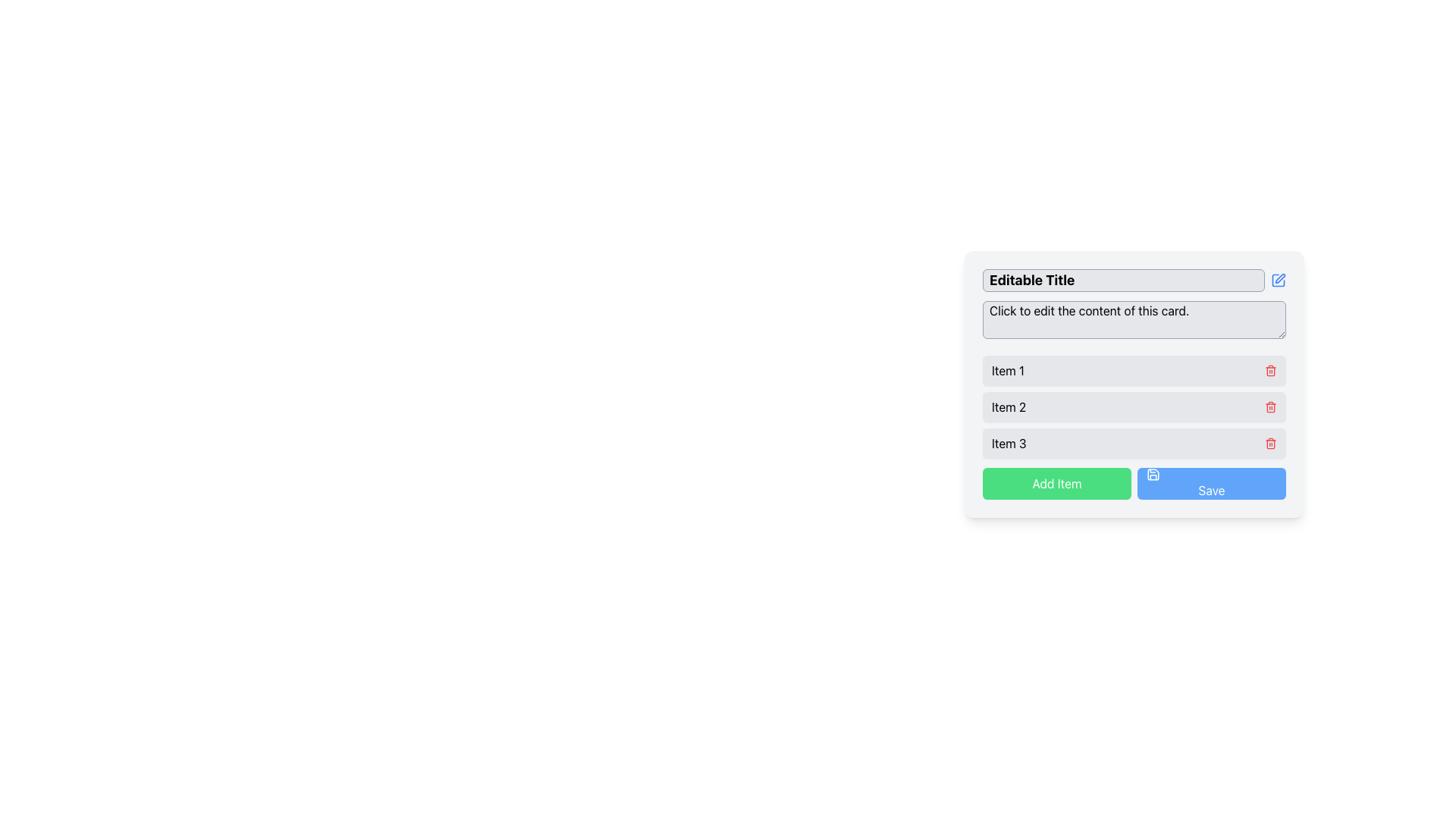 The width and height of the screenshot is (1456, 819). Describe the element at coordinates (1153, 473) in the screenshot. I see `the save icon located within the 'Save' button at the bottom-right corner of the form` at that location.